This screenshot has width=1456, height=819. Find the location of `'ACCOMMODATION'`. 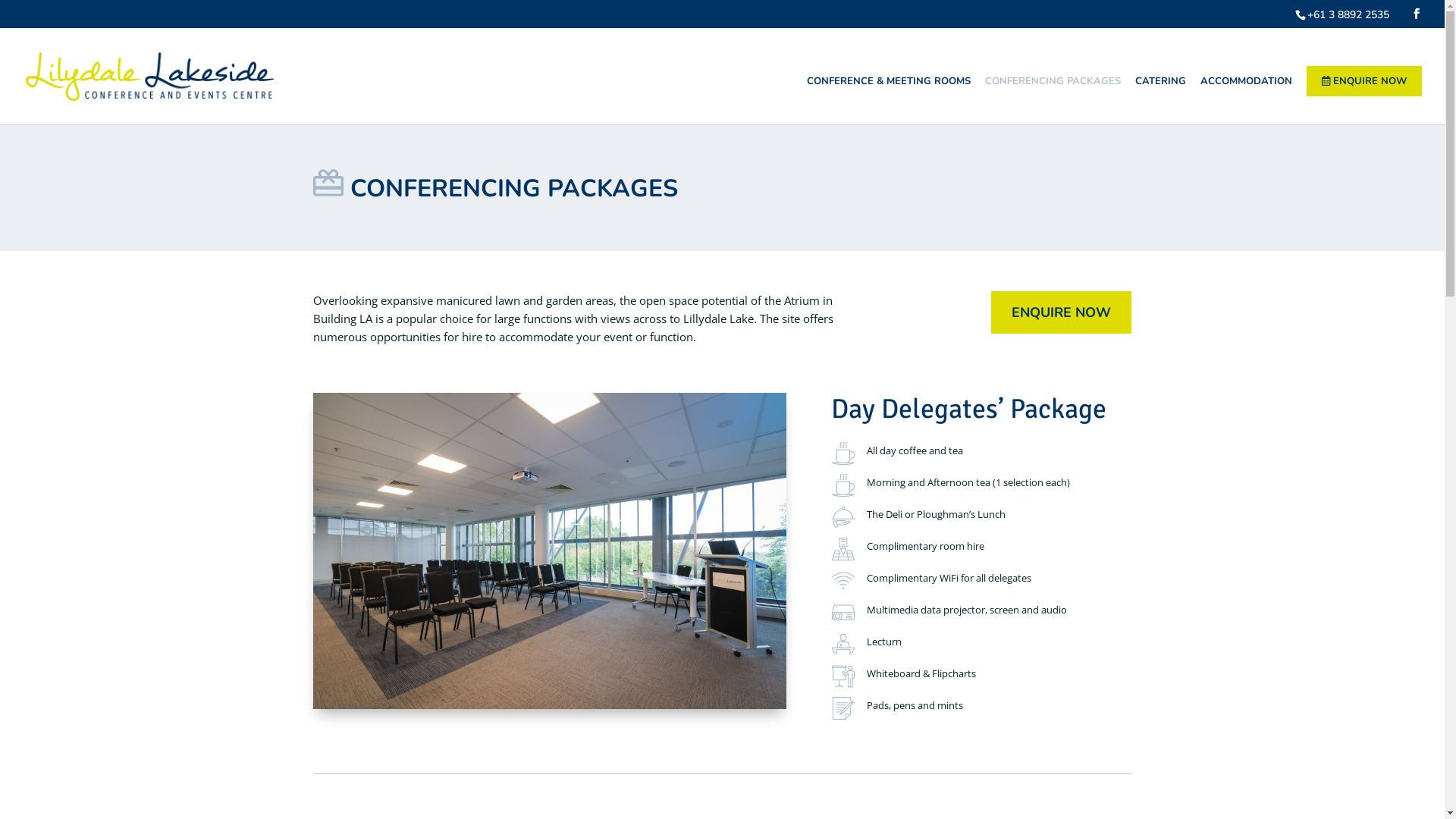

'ACCOMMODATION' is located at coordinates (1246, 99).